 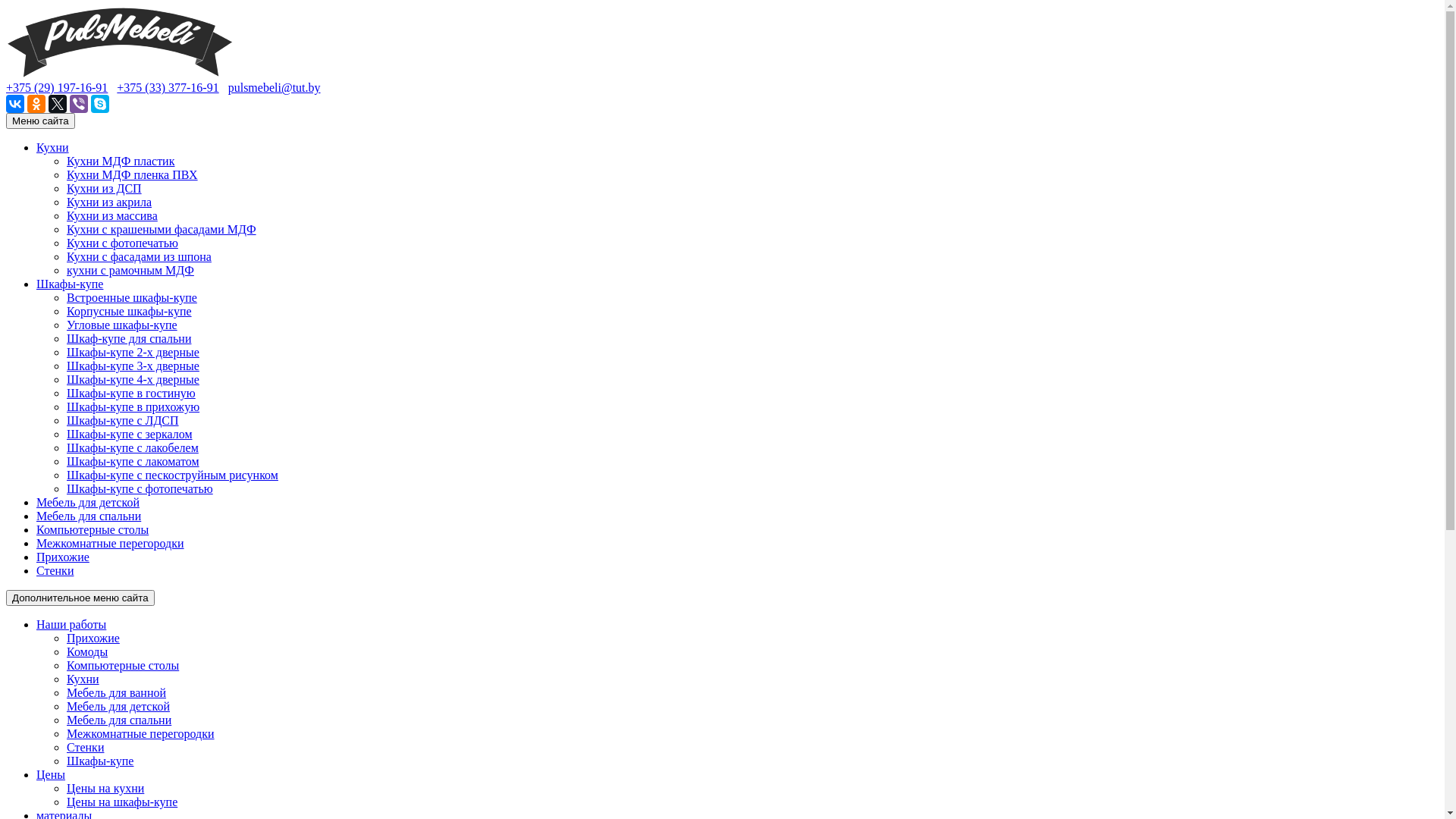 What do you see at coordinates (78, 103) in the screenshot?
I see `'Viber'` at bounding box center [78, 103].